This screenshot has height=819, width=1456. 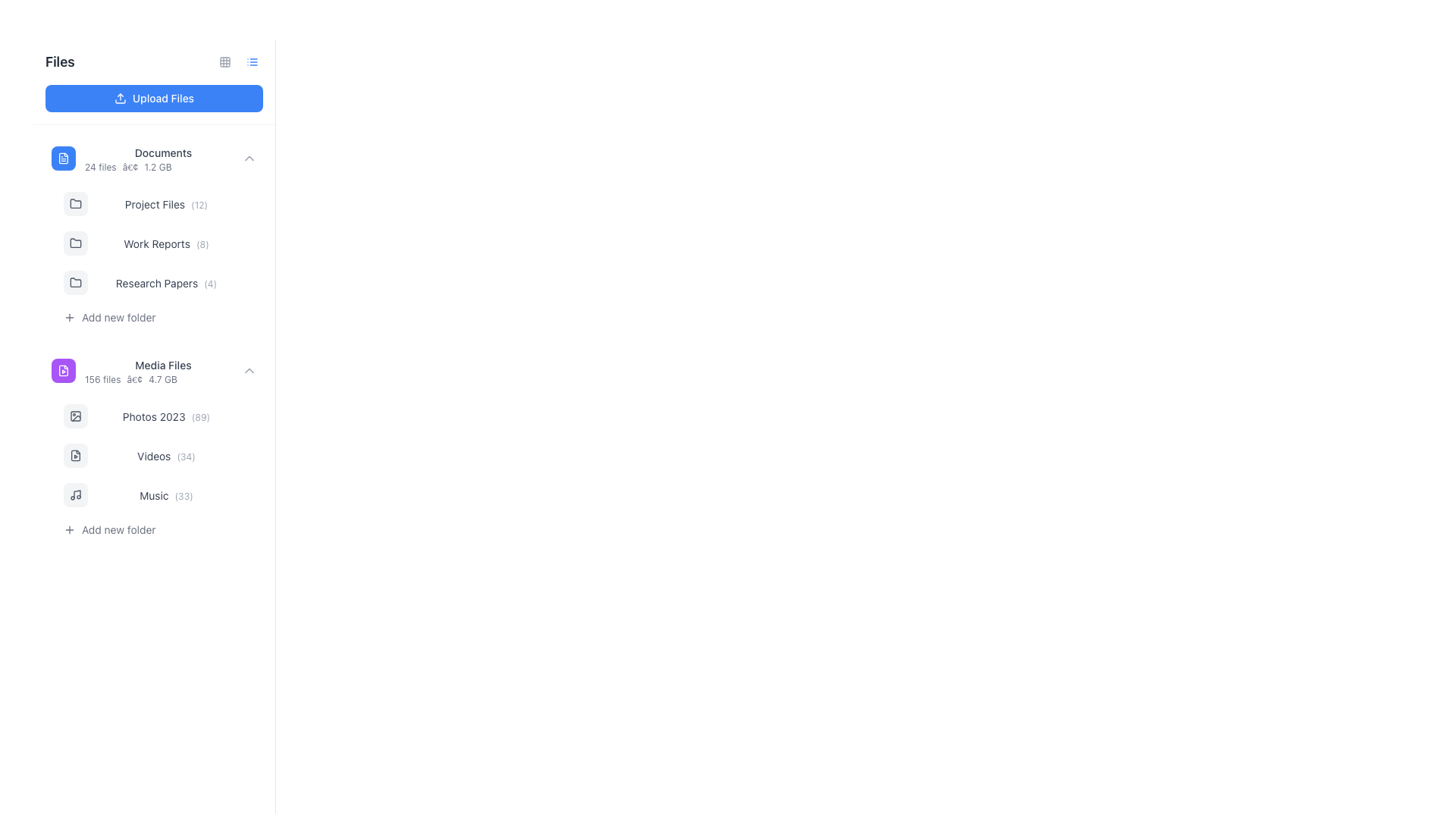 What do you see at coordinates (102, 379) in the screenshot?
I see `the text label that indicates the number of files within the 'Media Files' folder, positioned to the left of the separator and below the folder entry` at bounding box center [102, 379].